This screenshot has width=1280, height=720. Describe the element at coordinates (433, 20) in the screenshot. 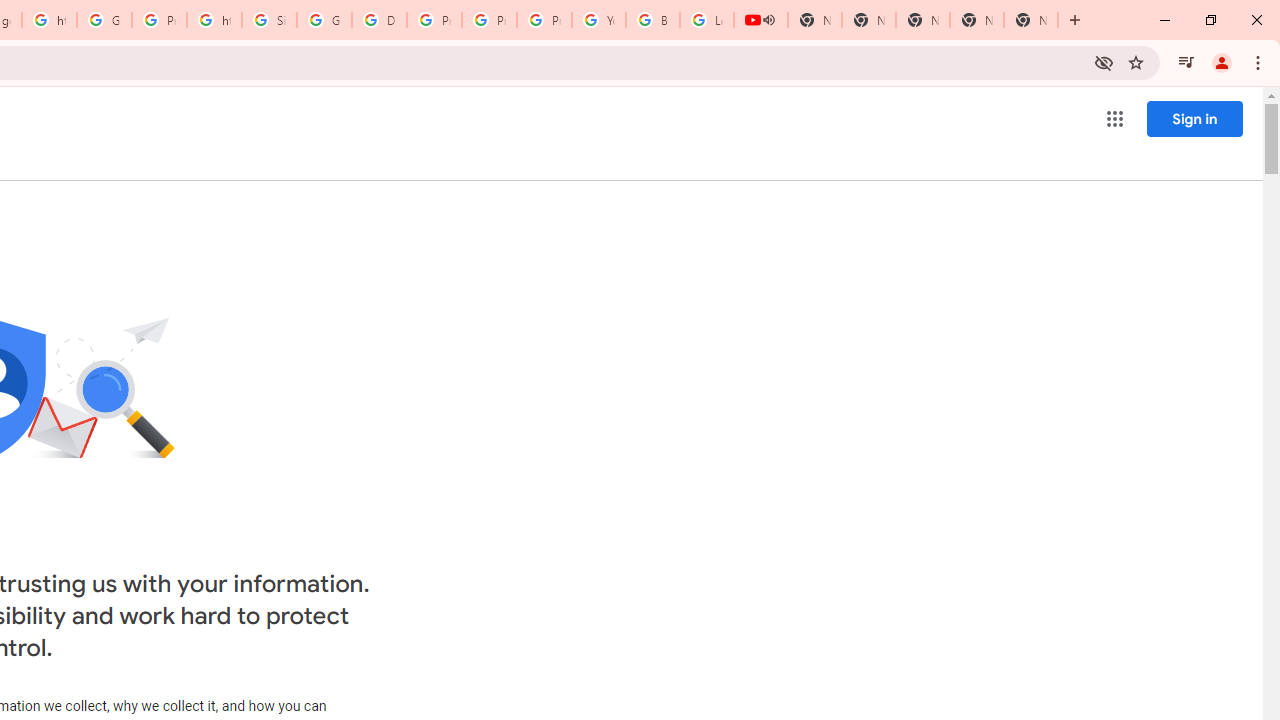

I see `'Privacy Help Center - Policies Help'` at that location.